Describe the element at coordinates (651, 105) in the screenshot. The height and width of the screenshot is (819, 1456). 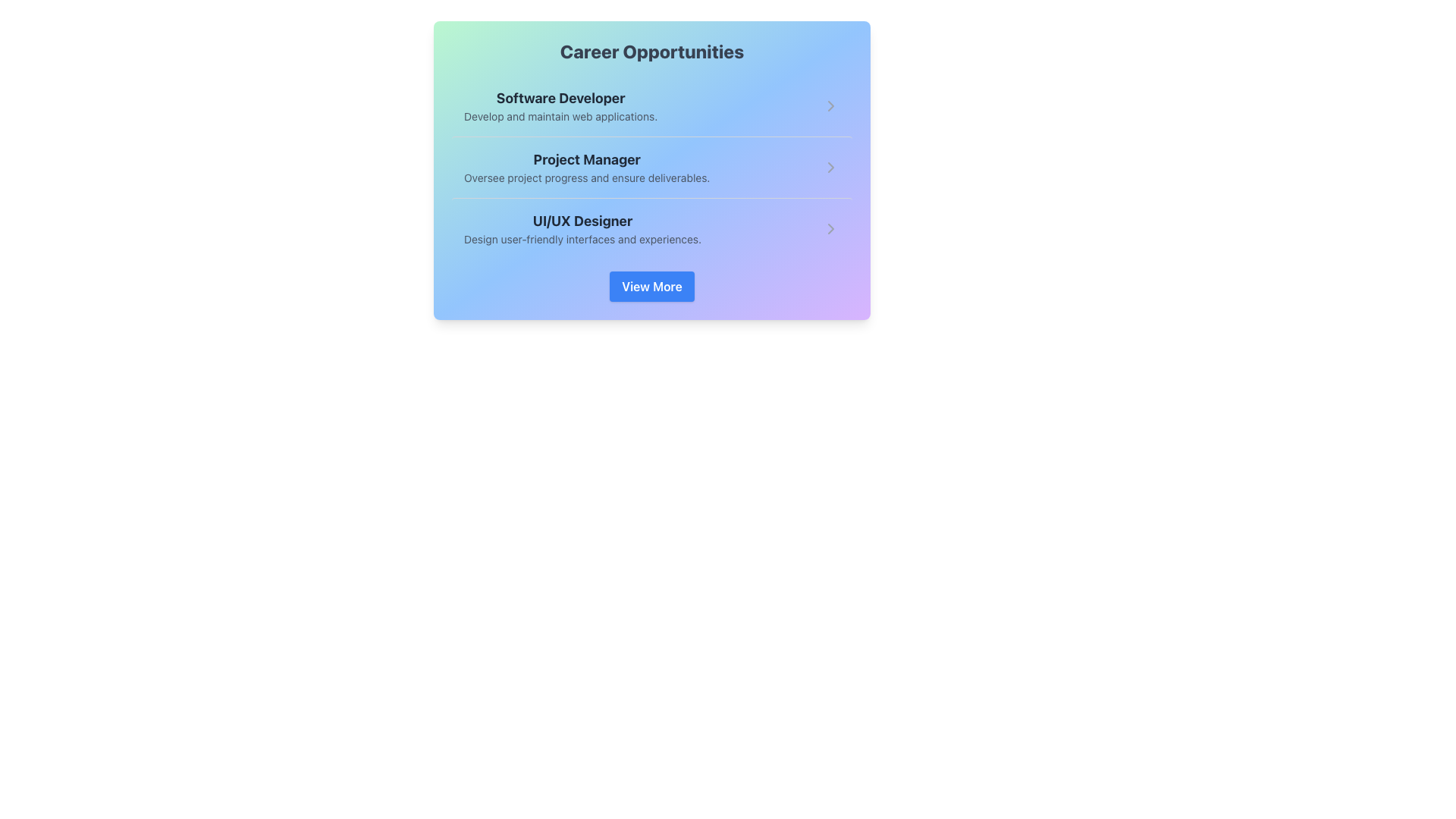
I see `the first selectable option button in the vertical list that leads to detailed information about the 'Software Developer' role` at that location.